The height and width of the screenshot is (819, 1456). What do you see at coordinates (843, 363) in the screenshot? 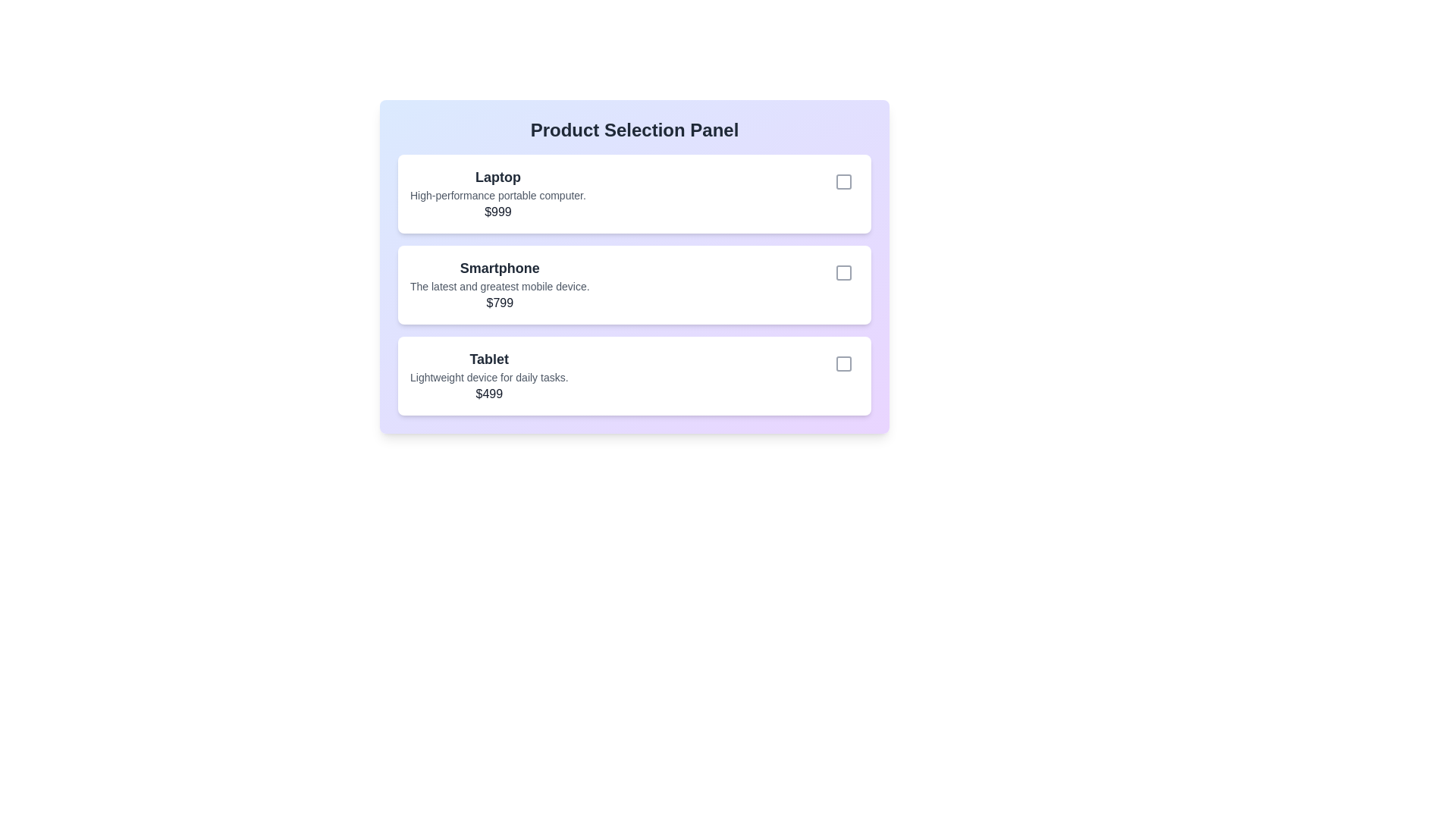
I see `the product identified by Tablet` at bounding box center [843, 363].